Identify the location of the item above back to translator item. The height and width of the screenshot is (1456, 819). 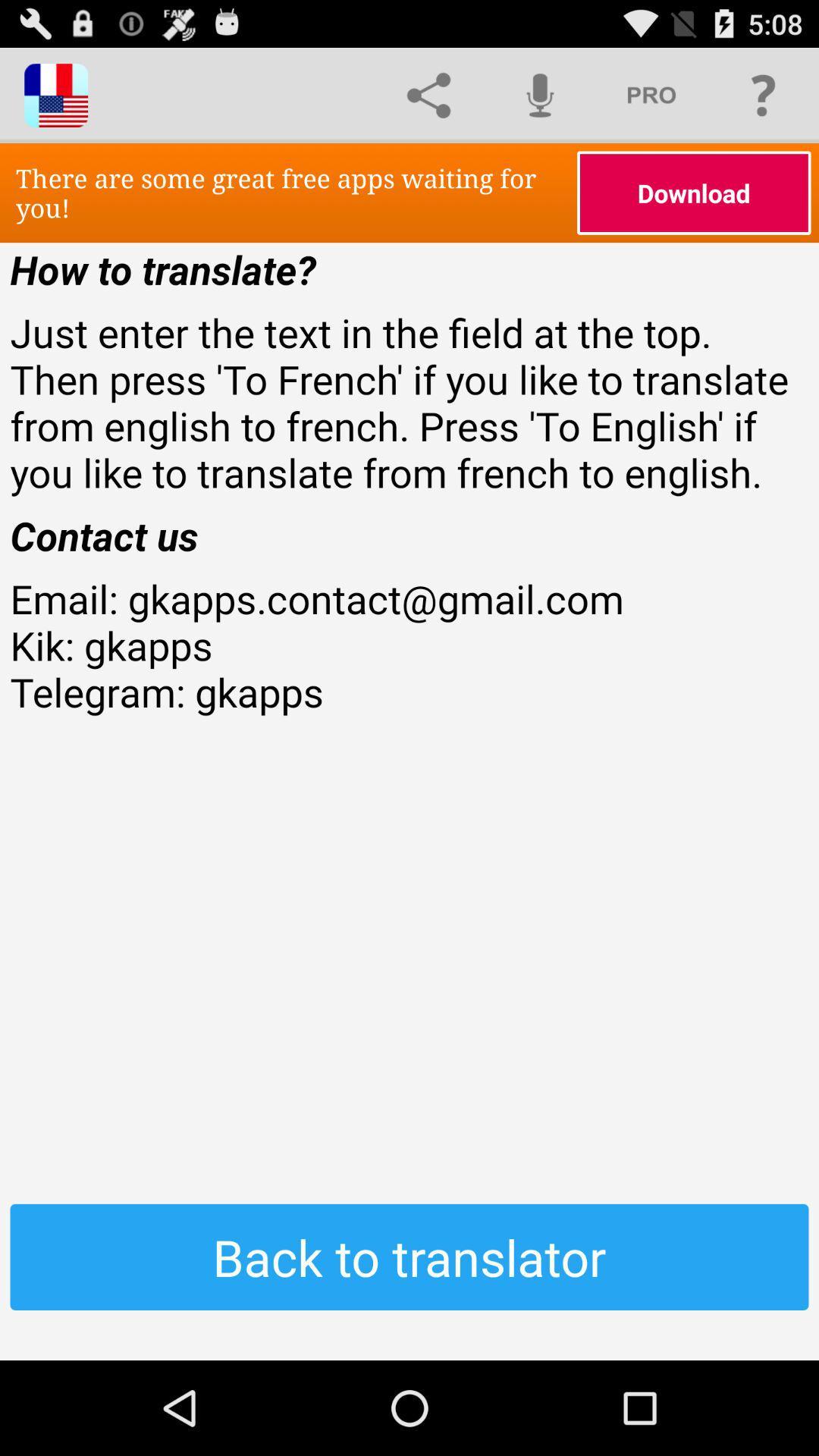
(409, 691).